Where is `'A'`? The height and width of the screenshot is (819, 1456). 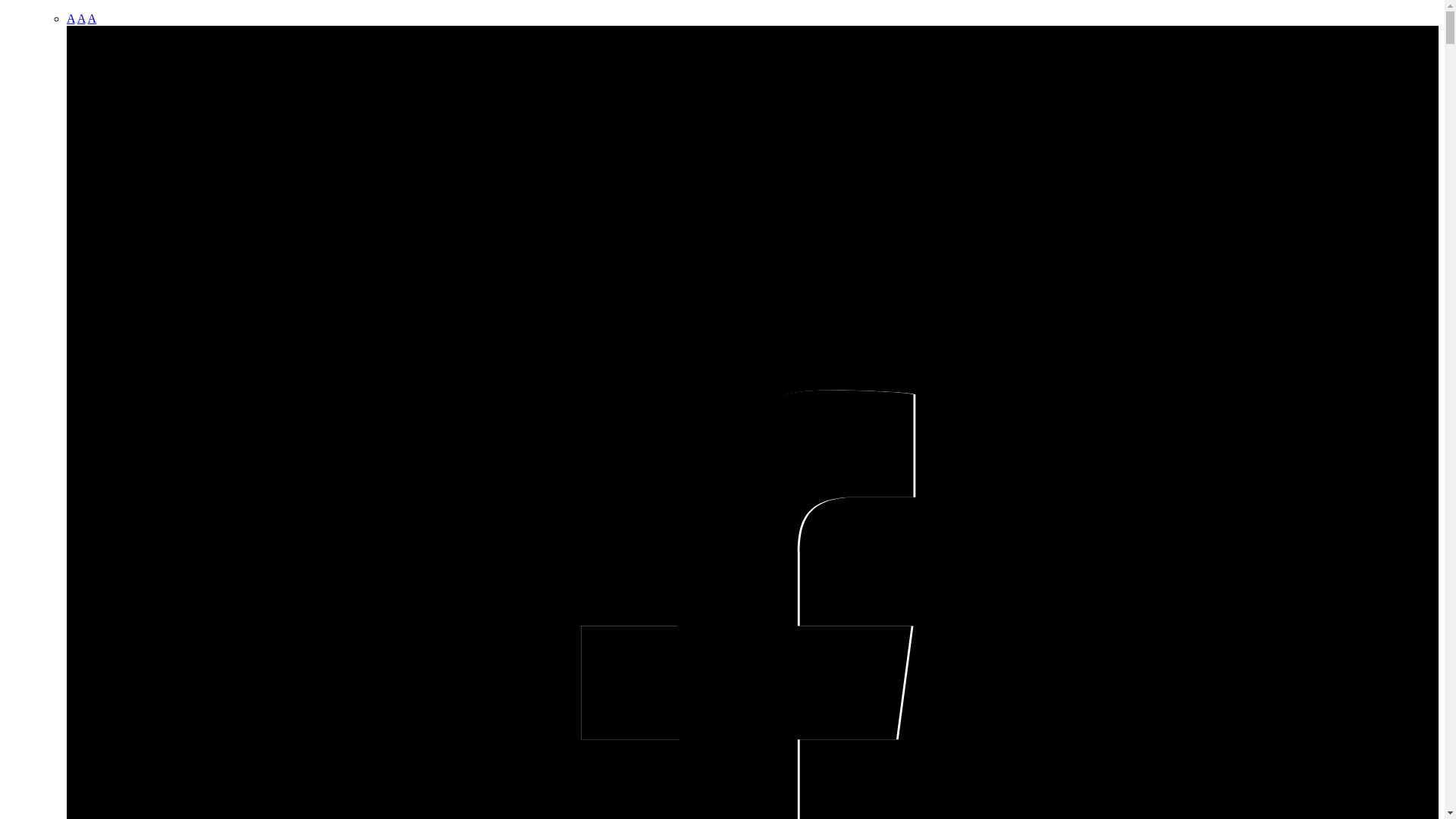 'A' is located at coordinates (65, 18).